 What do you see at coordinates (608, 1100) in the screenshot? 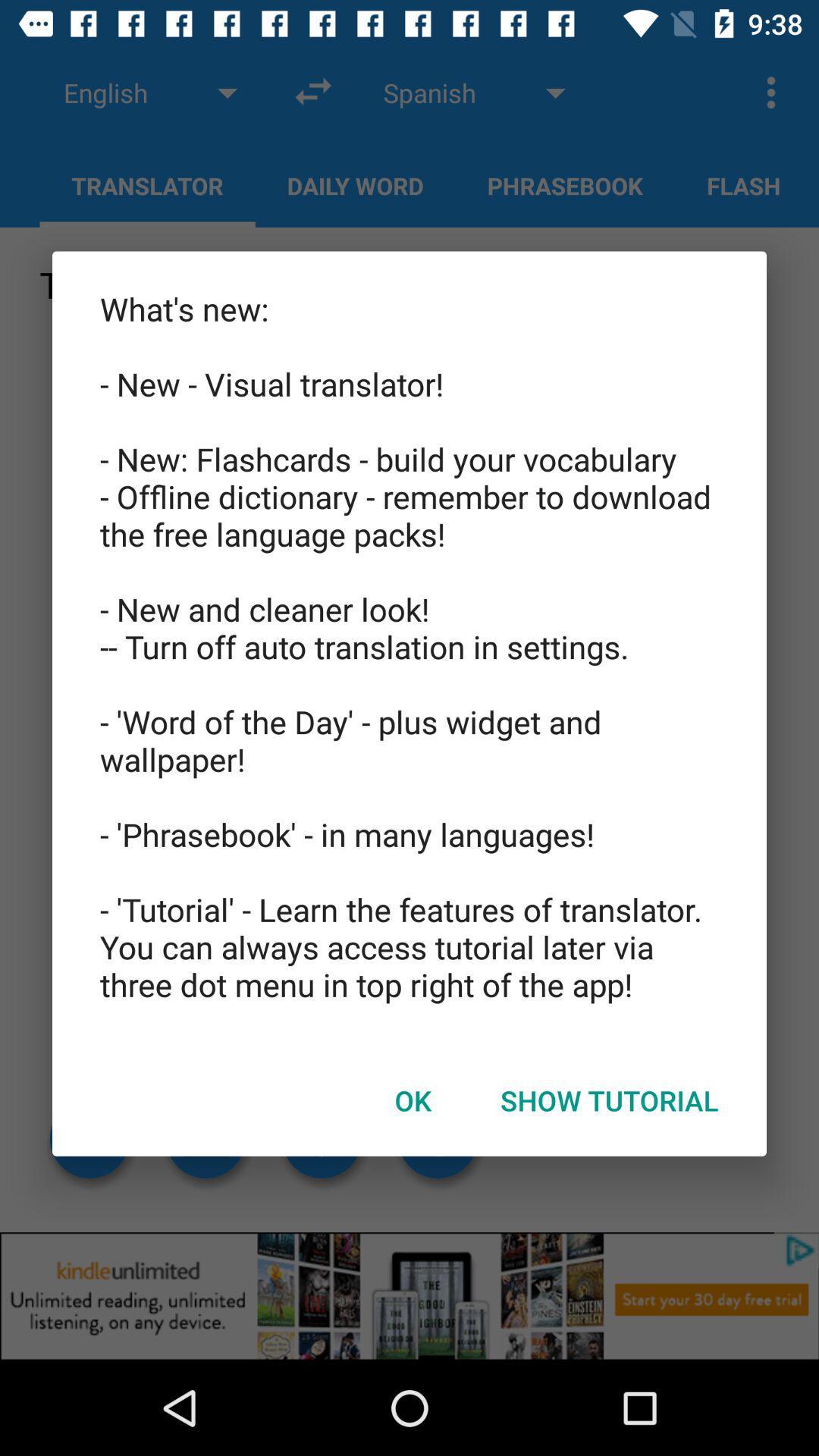
I see `the icon at the bottom right corner` at bounding box center [608, 1100].